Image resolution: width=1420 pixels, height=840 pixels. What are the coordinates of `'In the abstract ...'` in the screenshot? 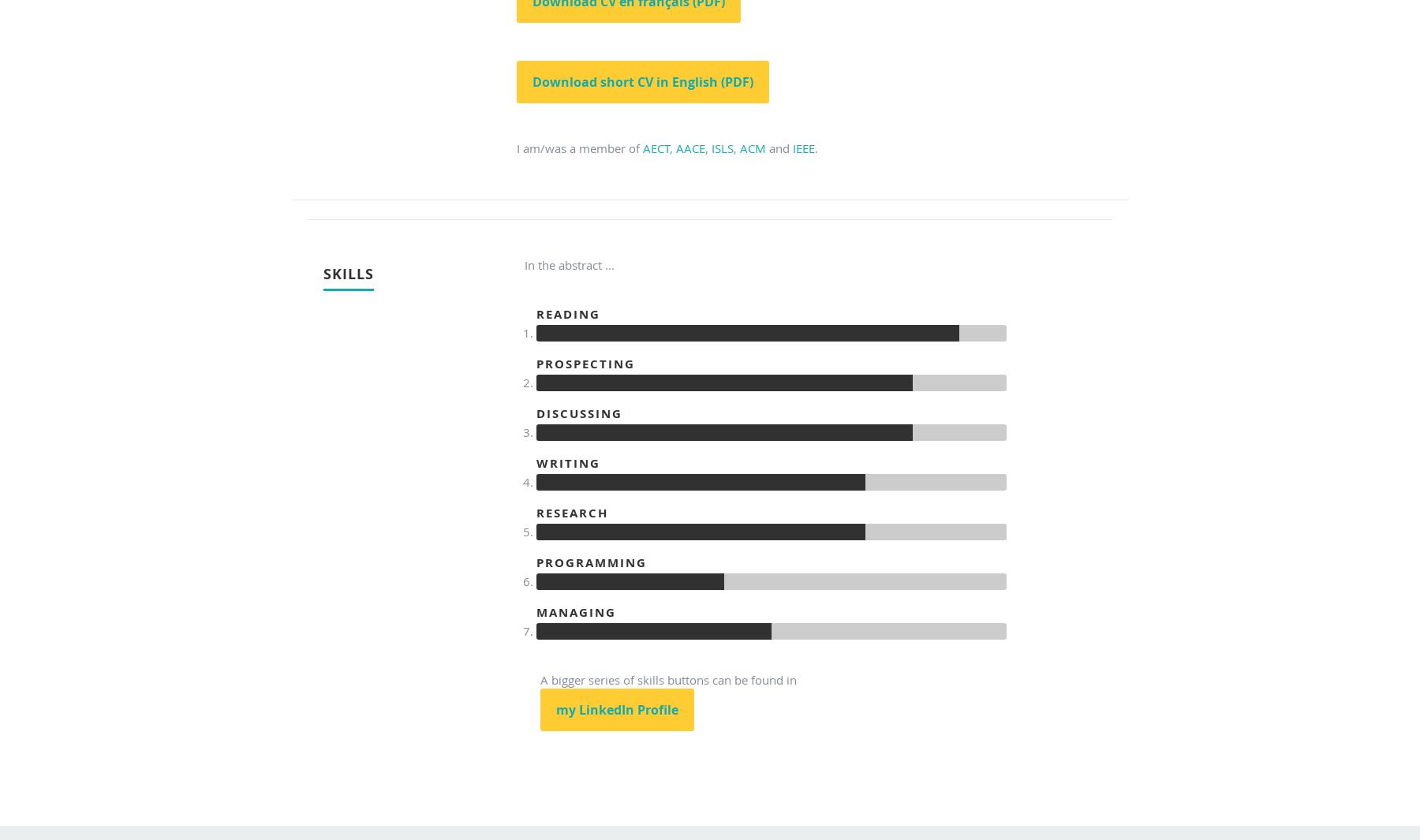 It's located at (524, 263).